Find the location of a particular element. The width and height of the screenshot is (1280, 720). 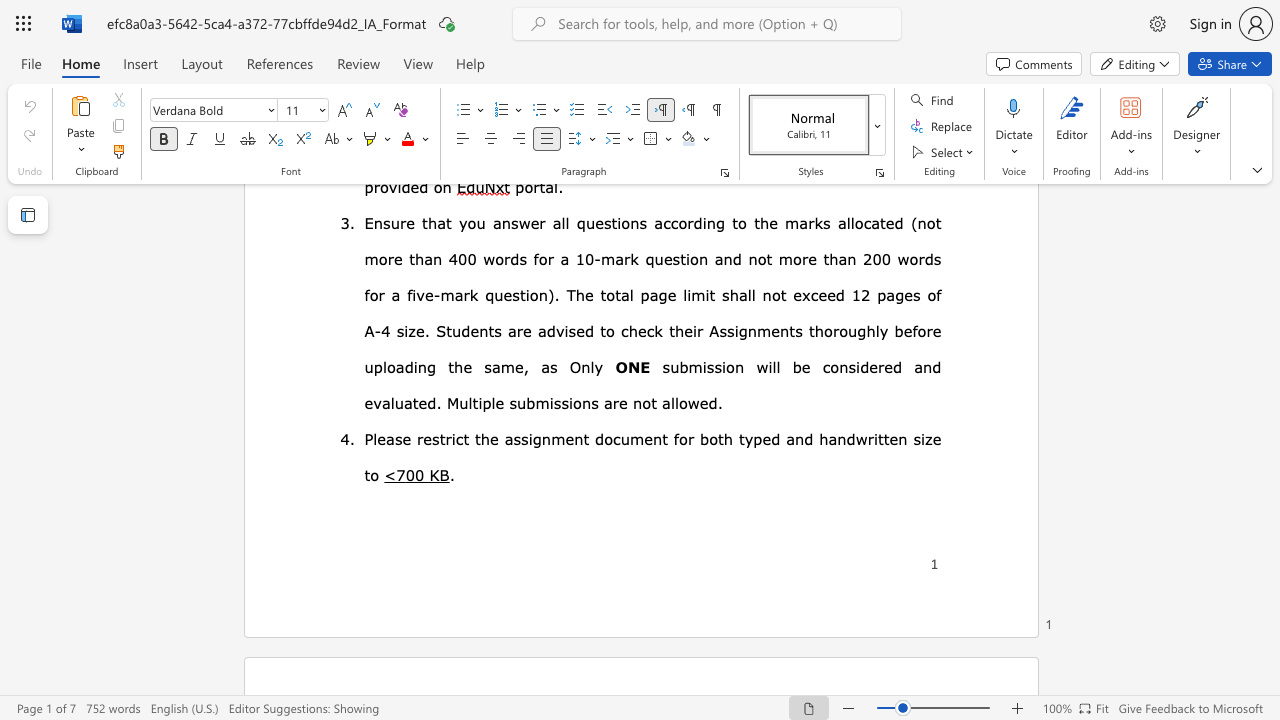

the subset text "restrict the assign" within the text "Please restrict the assignment document" is located at coordinates (416, 437).